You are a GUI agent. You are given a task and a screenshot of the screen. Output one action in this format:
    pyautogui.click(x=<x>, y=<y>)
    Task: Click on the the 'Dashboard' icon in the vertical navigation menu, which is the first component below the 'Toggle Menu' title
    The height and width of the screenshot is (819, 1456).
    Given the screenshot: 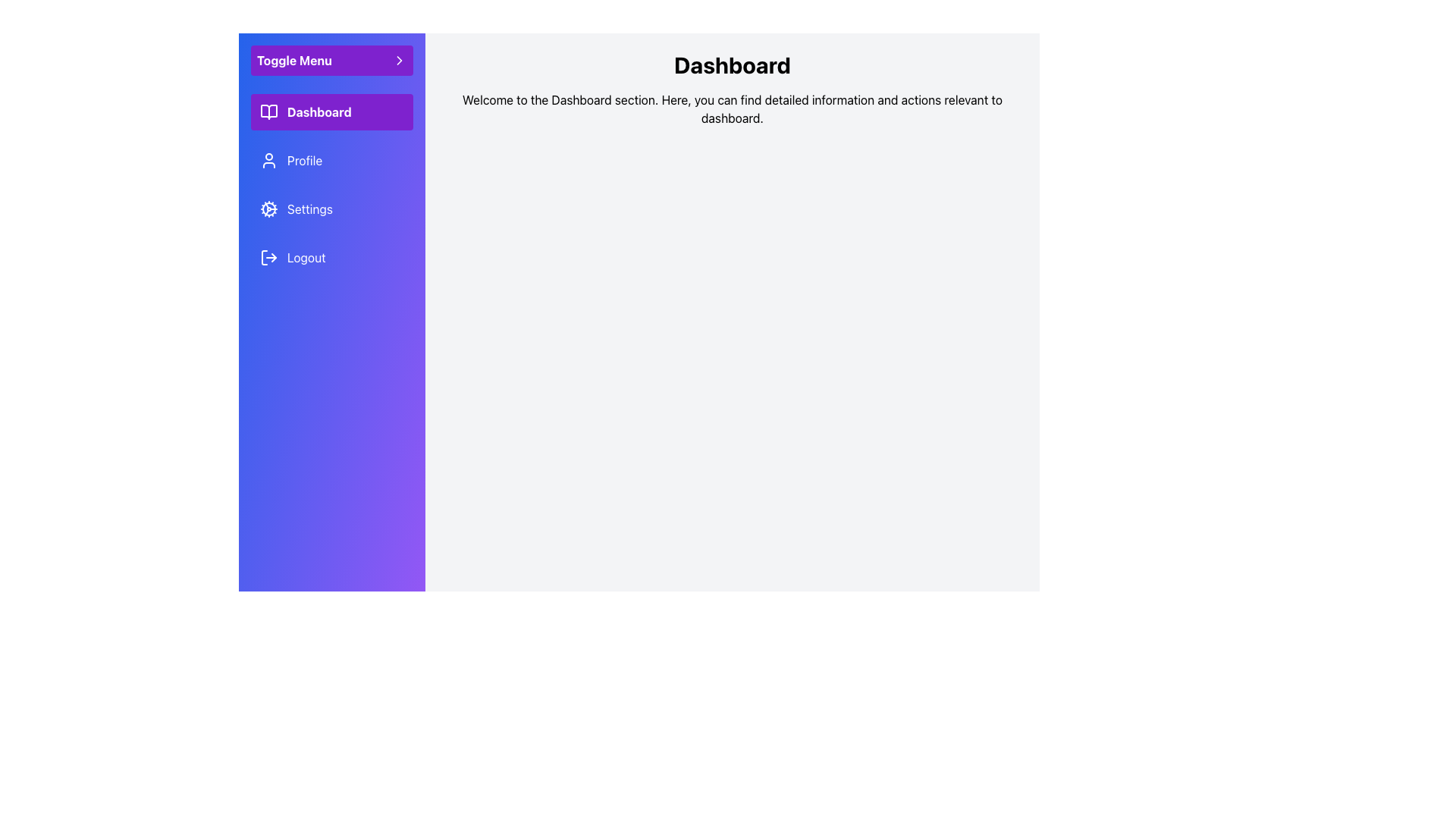 What is the action you would take?
    pyautogui.click(x=269, y=111)
    